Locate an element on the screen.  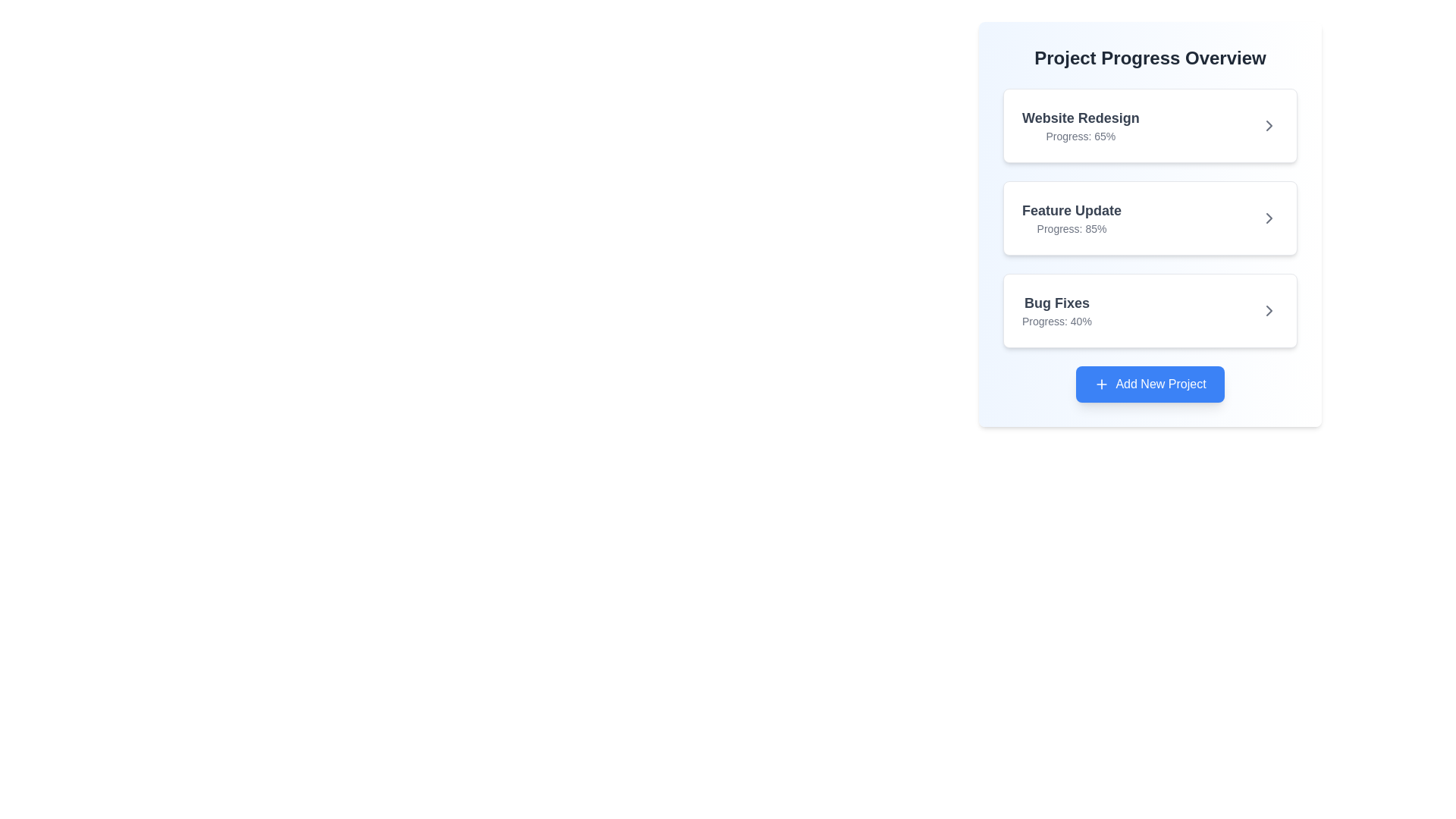
the right-pointing chevron icon button located next to the 'Feature Update' text and aligned with the 'Progress: 85%' text is located at coordinates (1269, 218).